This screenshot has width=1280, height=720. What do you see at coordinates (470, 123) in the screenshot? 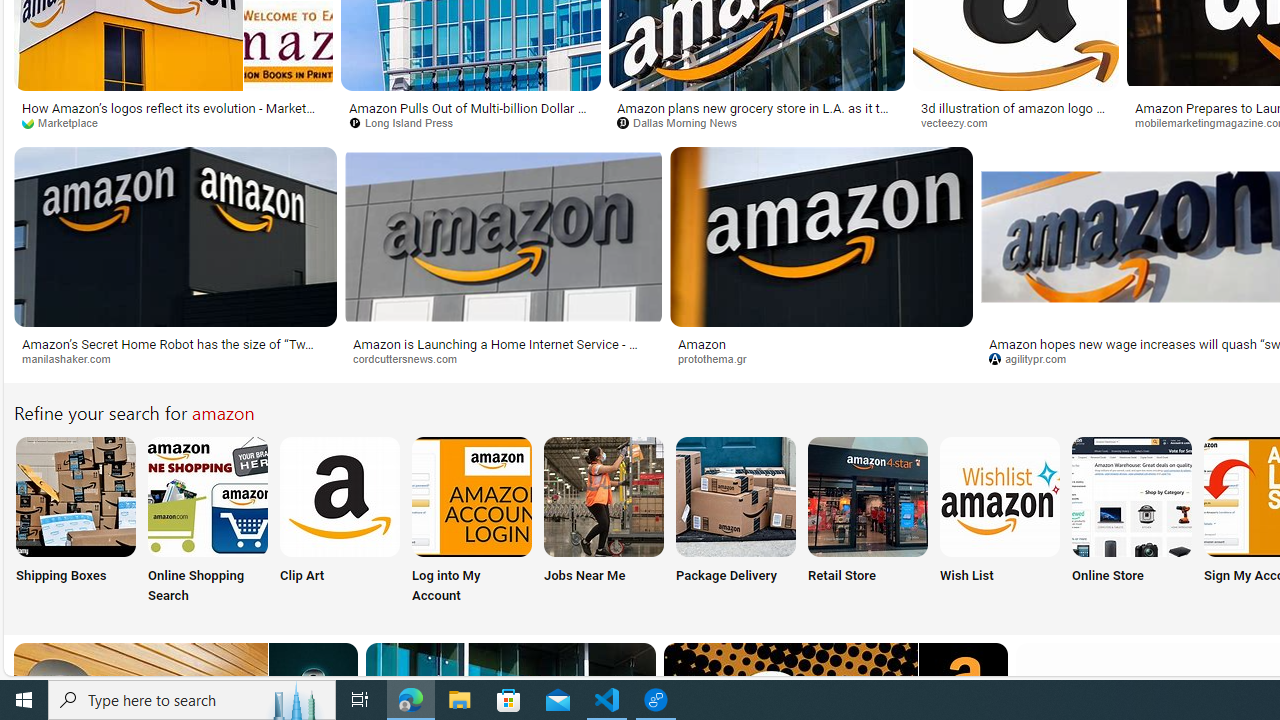
I see `'Long Island Press'` at bounding box center [470, 123].